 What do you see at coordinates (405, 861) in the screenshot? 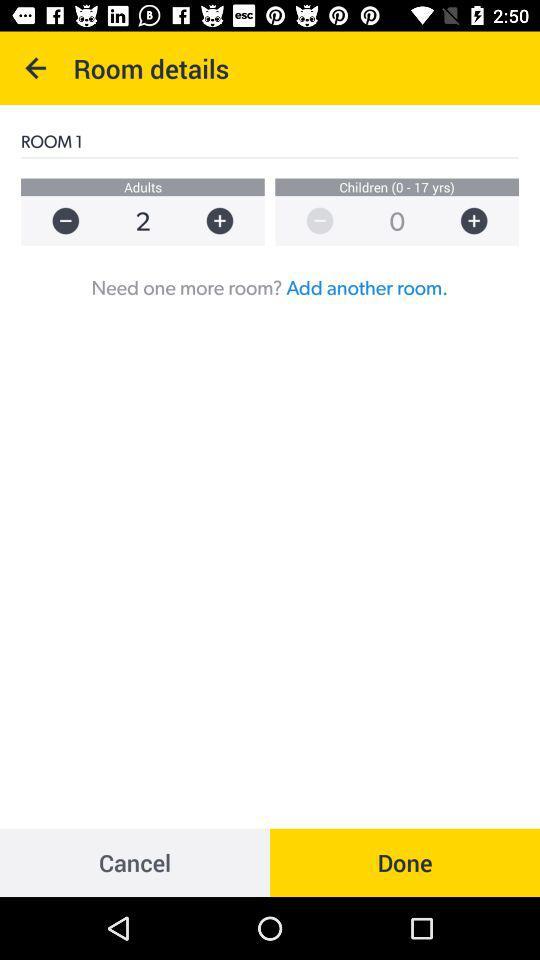
I see `icon below the need one more` at bounding box center [405, 861].